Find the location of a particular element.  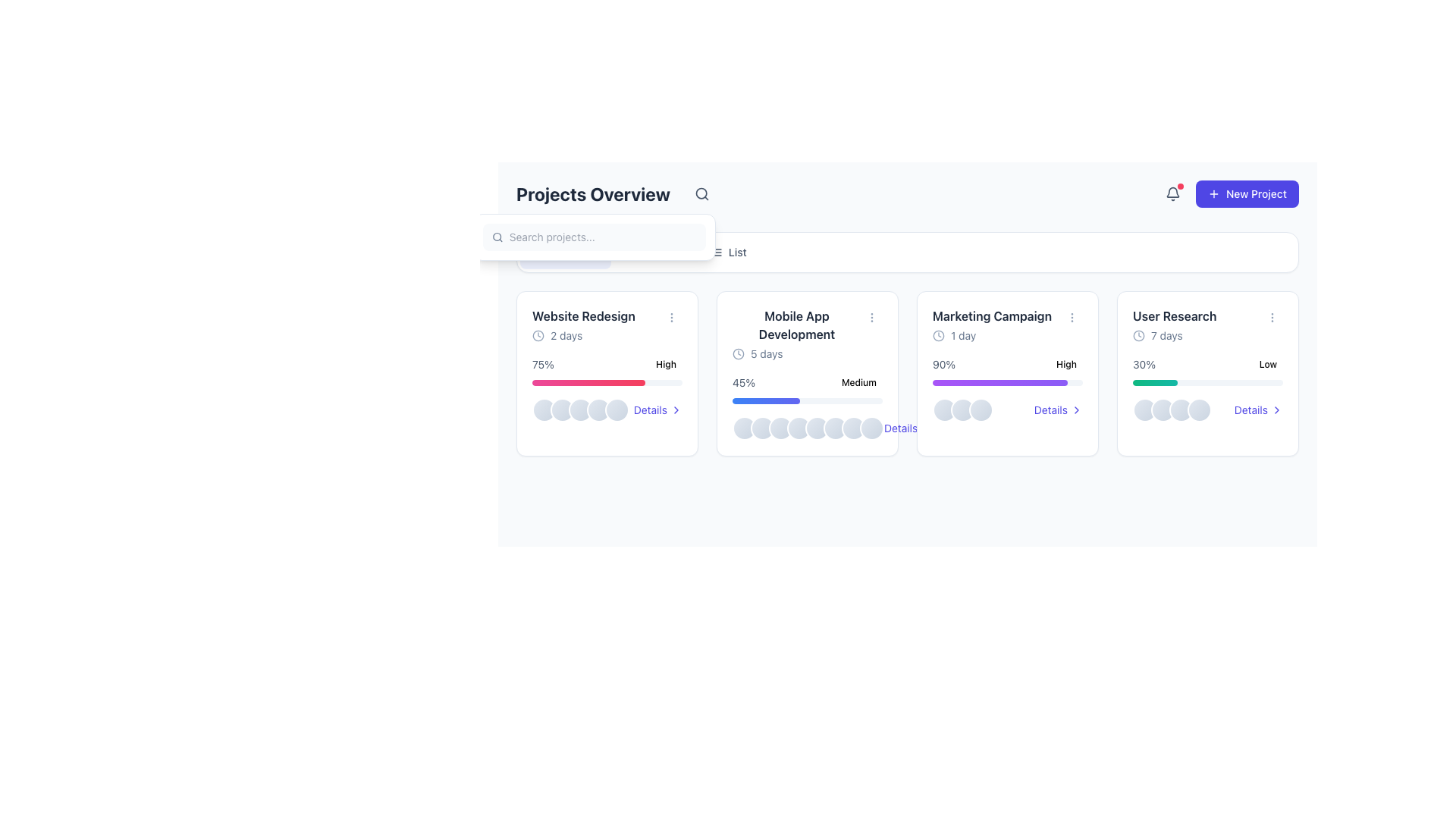

text in the Informational Header titled 'User Research' located in the top-right corner of the fourth card from the left is located at coordinates (1207, 324).